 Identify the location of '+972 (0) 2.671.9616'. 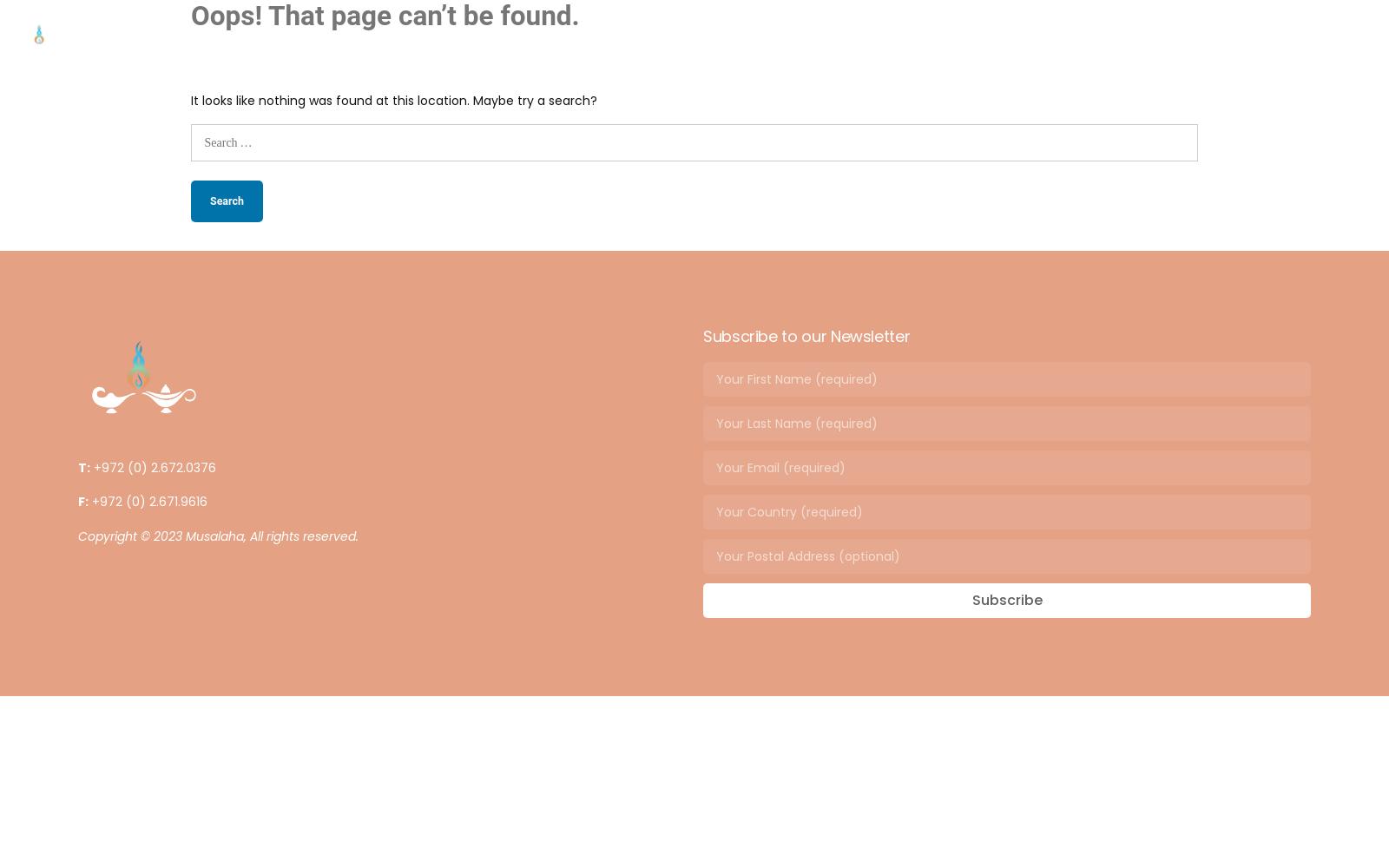
(147, 501).